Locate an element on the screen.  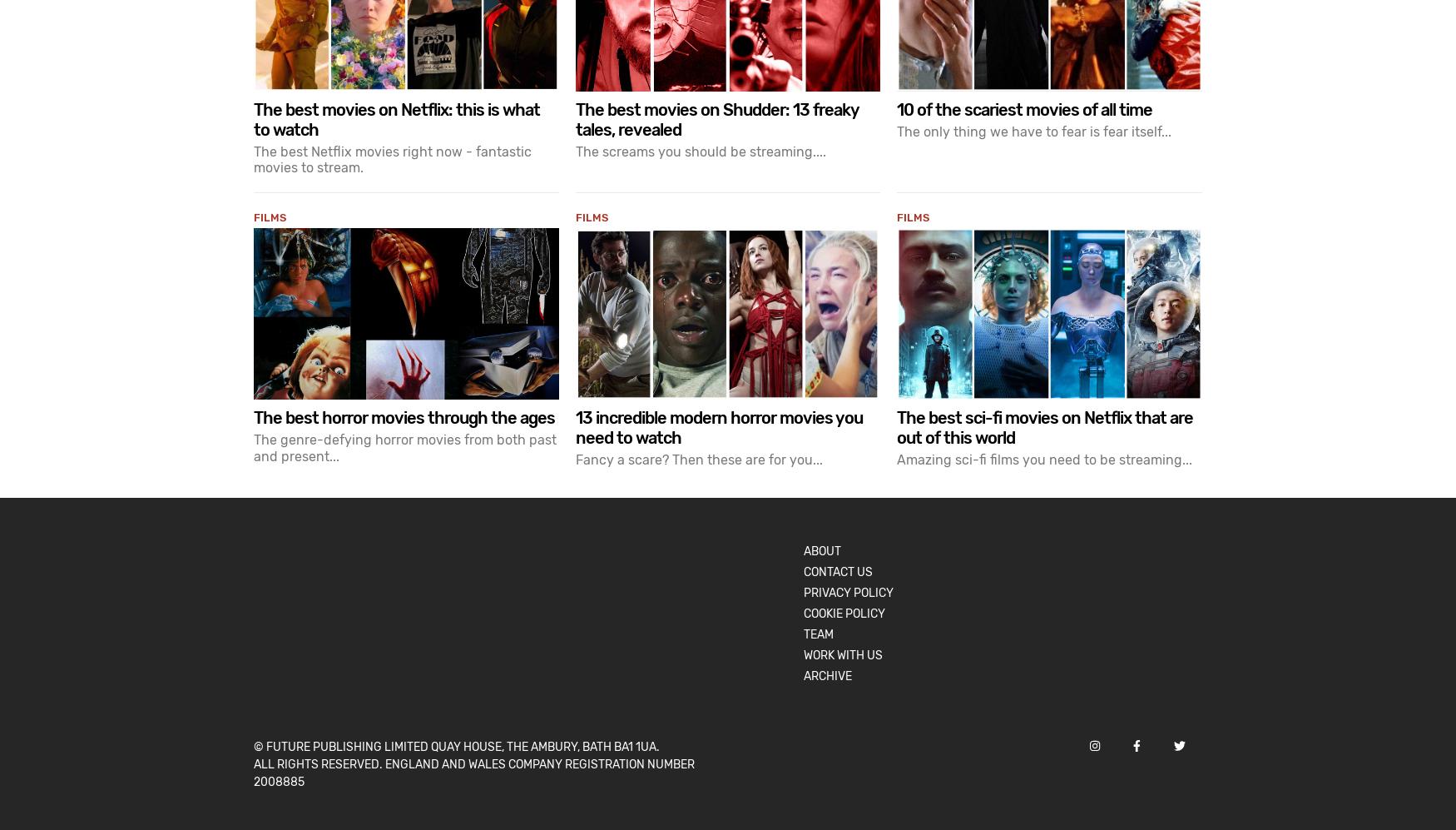
'13 incredible modern horror movies you need to watch' is located at coordinates (718, 426).